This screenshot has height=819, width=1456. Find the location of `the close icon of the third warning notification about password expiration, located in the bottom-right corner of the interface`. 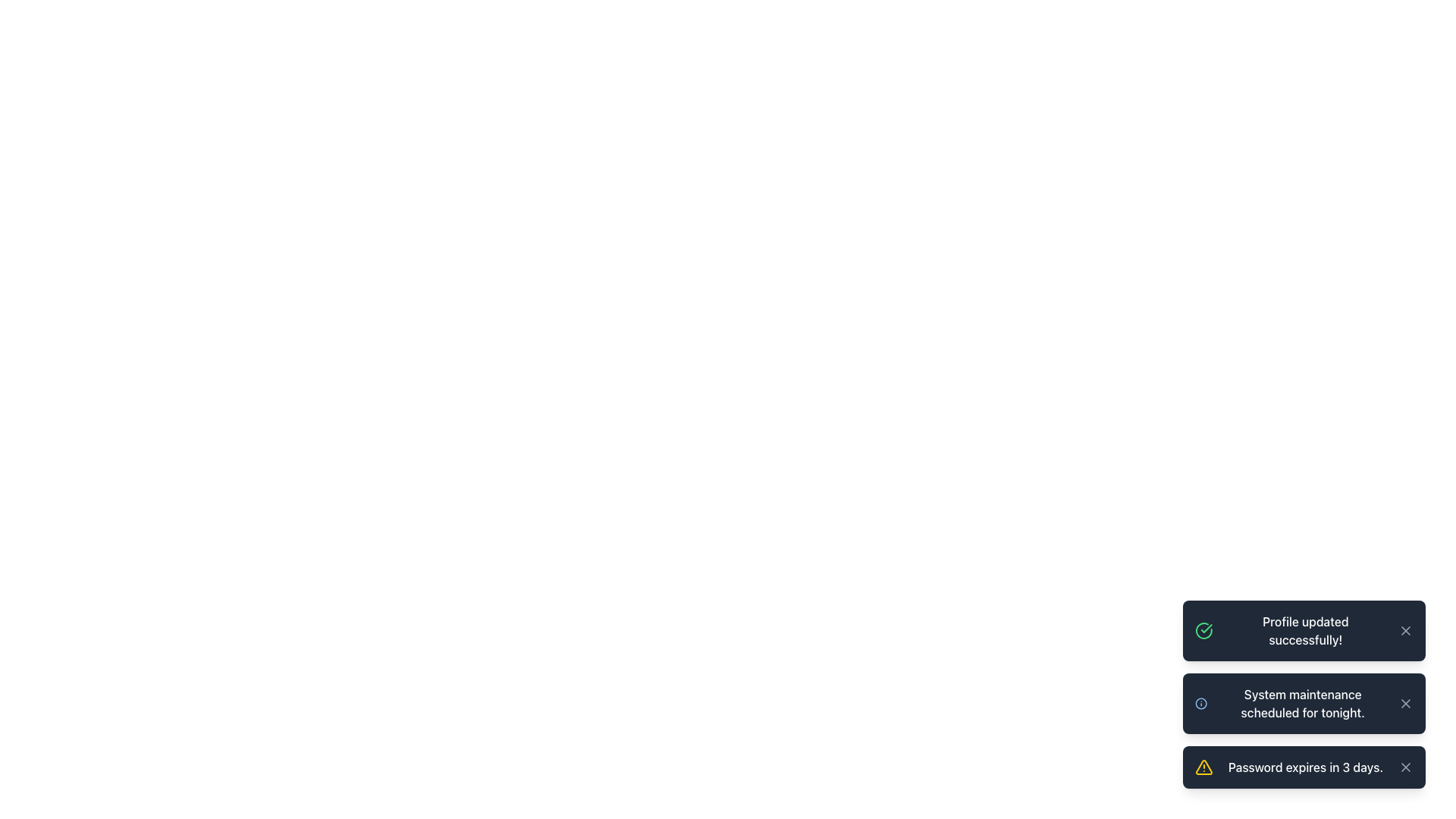

the close icon of the third warning notification about password expiration, located in the bottom-right corner of the interface is located at coordinates (1303, 767).